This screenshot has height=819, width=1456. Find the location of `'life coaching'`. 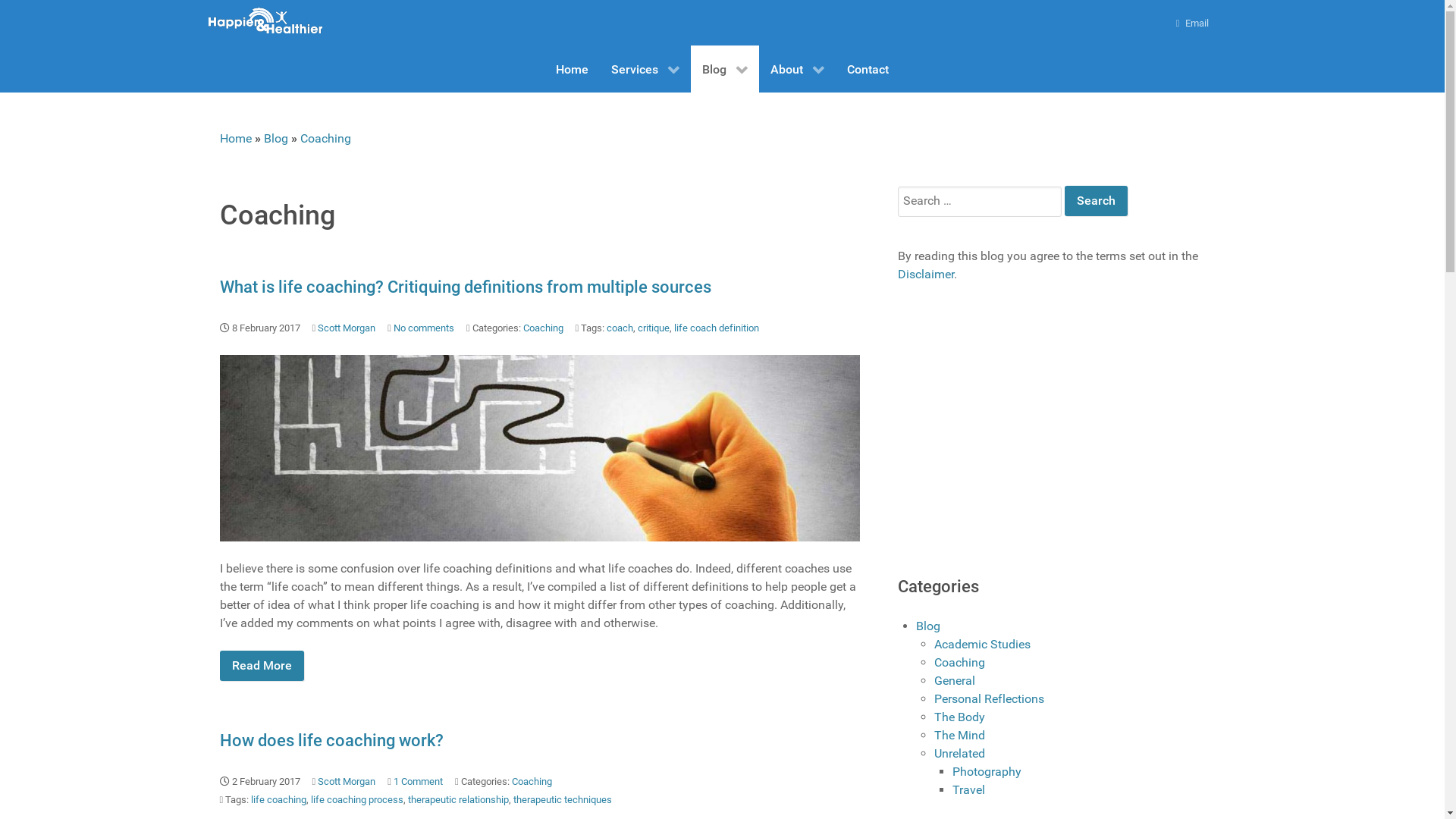

'life coaching' is located at coordinates (278, 799).